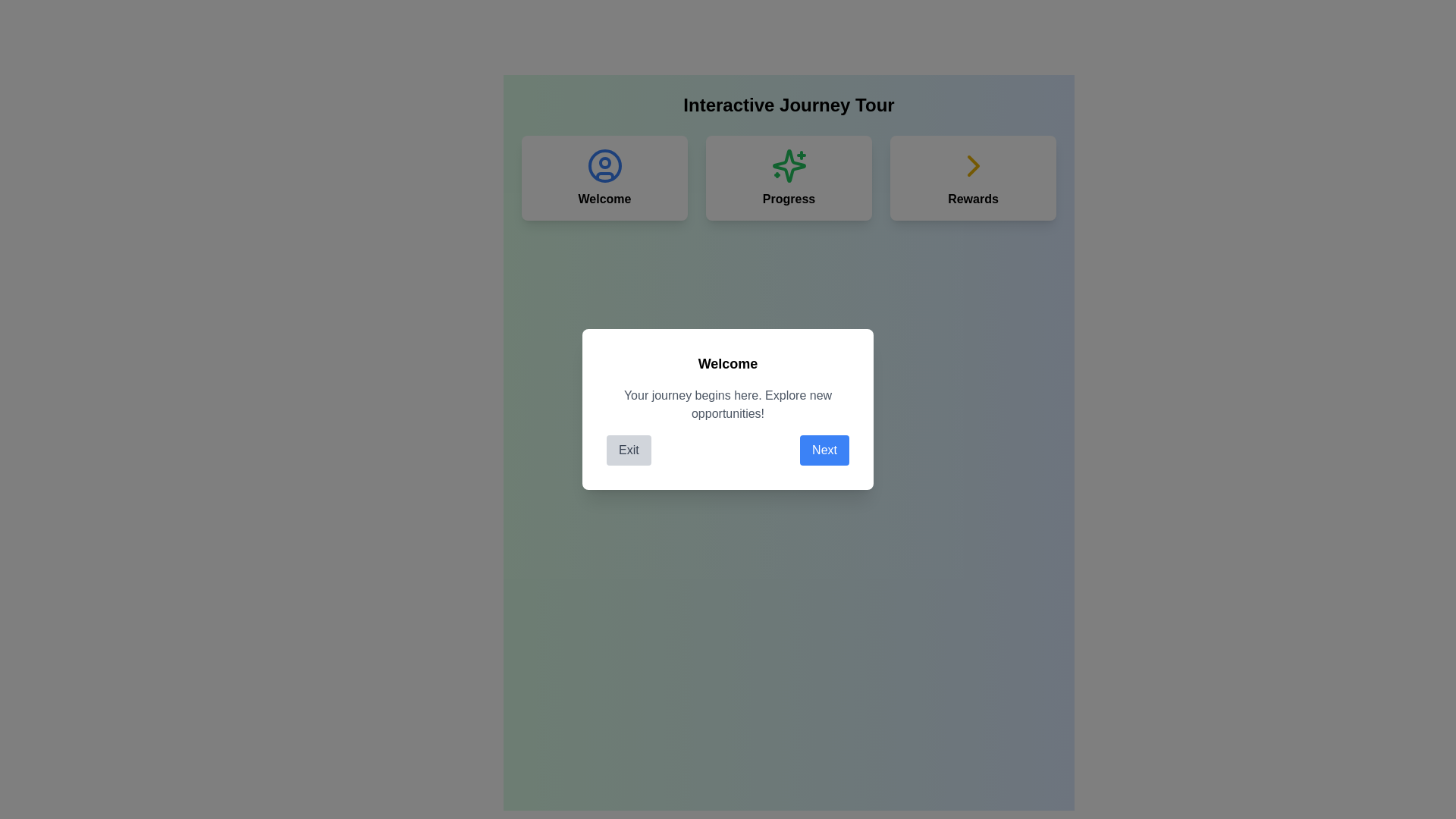  I want to click on the 'Exit' button located in the modal dialog box to terminate the current interaction, so click(629, 450).